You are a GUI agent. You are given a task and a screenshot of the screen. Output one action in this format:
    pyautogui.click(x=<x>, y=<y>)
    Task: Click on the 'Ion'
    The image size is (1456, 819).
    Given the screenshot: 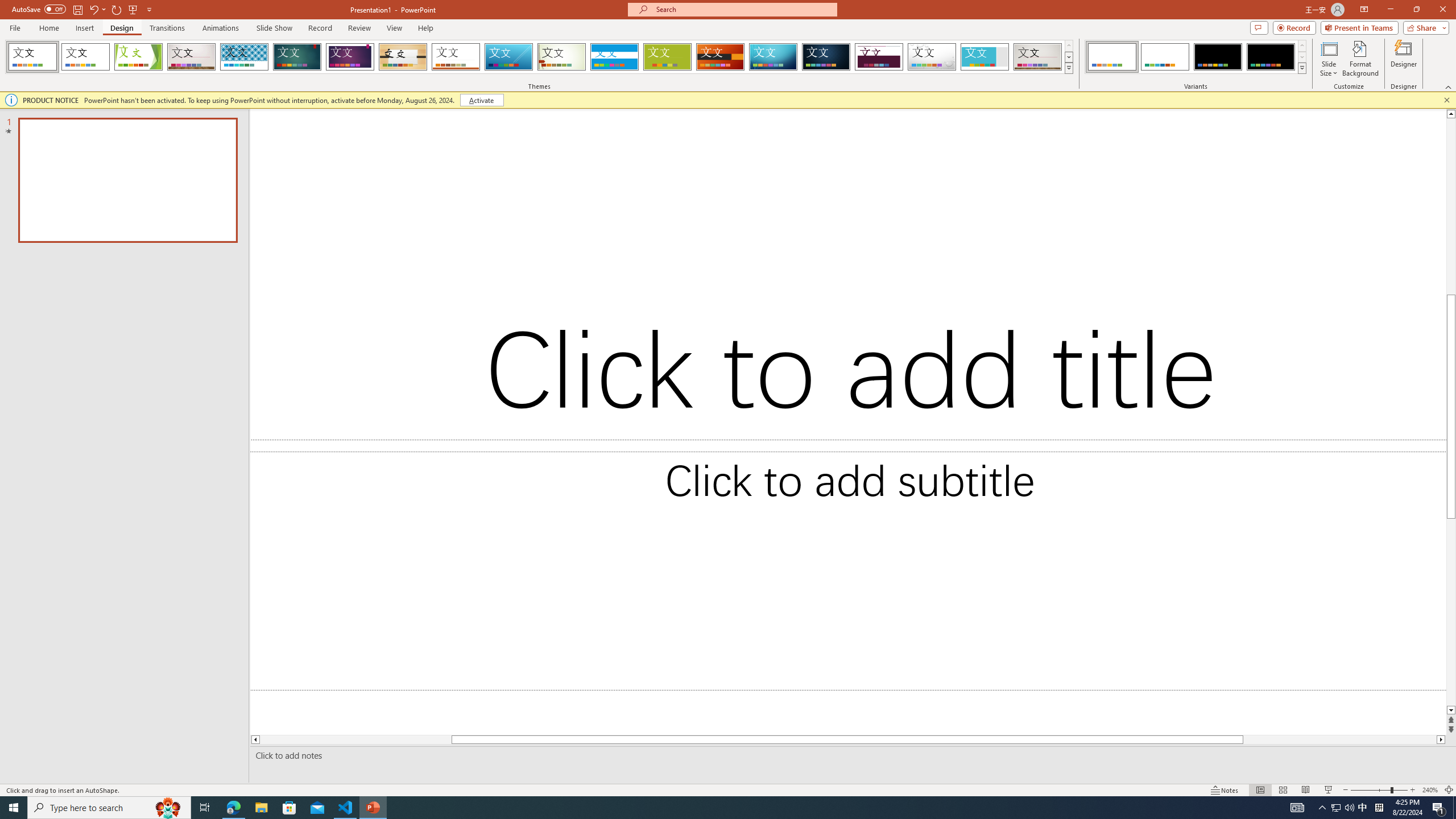 What is the action you would take?
    pyautogui.click(x=296, y=56)
    